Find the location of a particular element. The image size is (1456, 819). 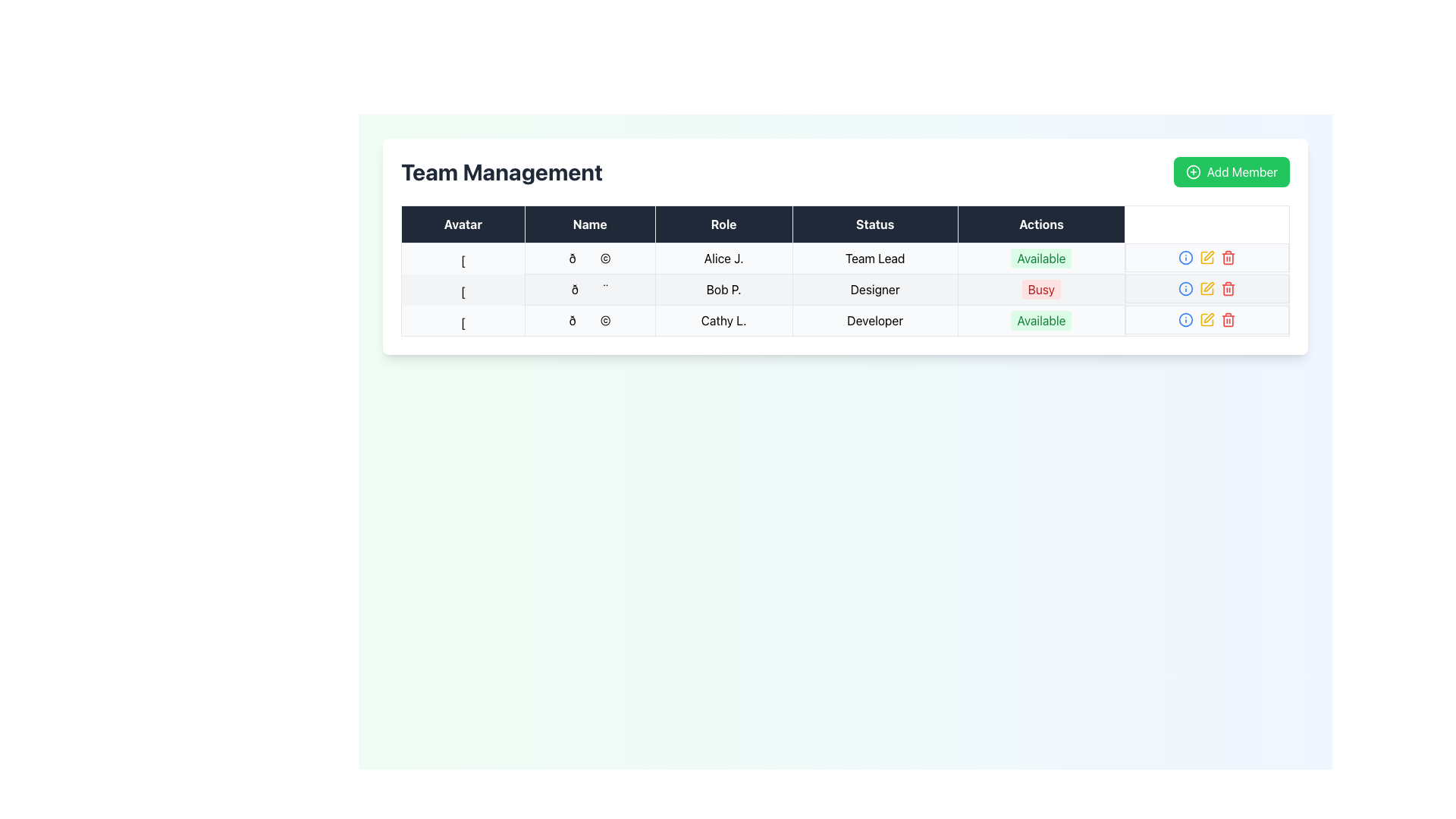

the 'Avatar' column header cell, which is the first cell in the header row of the table, aligned with headers like 'Name', 'Role', 'Status', and 'Actions' is located at coordinates (462, 224).